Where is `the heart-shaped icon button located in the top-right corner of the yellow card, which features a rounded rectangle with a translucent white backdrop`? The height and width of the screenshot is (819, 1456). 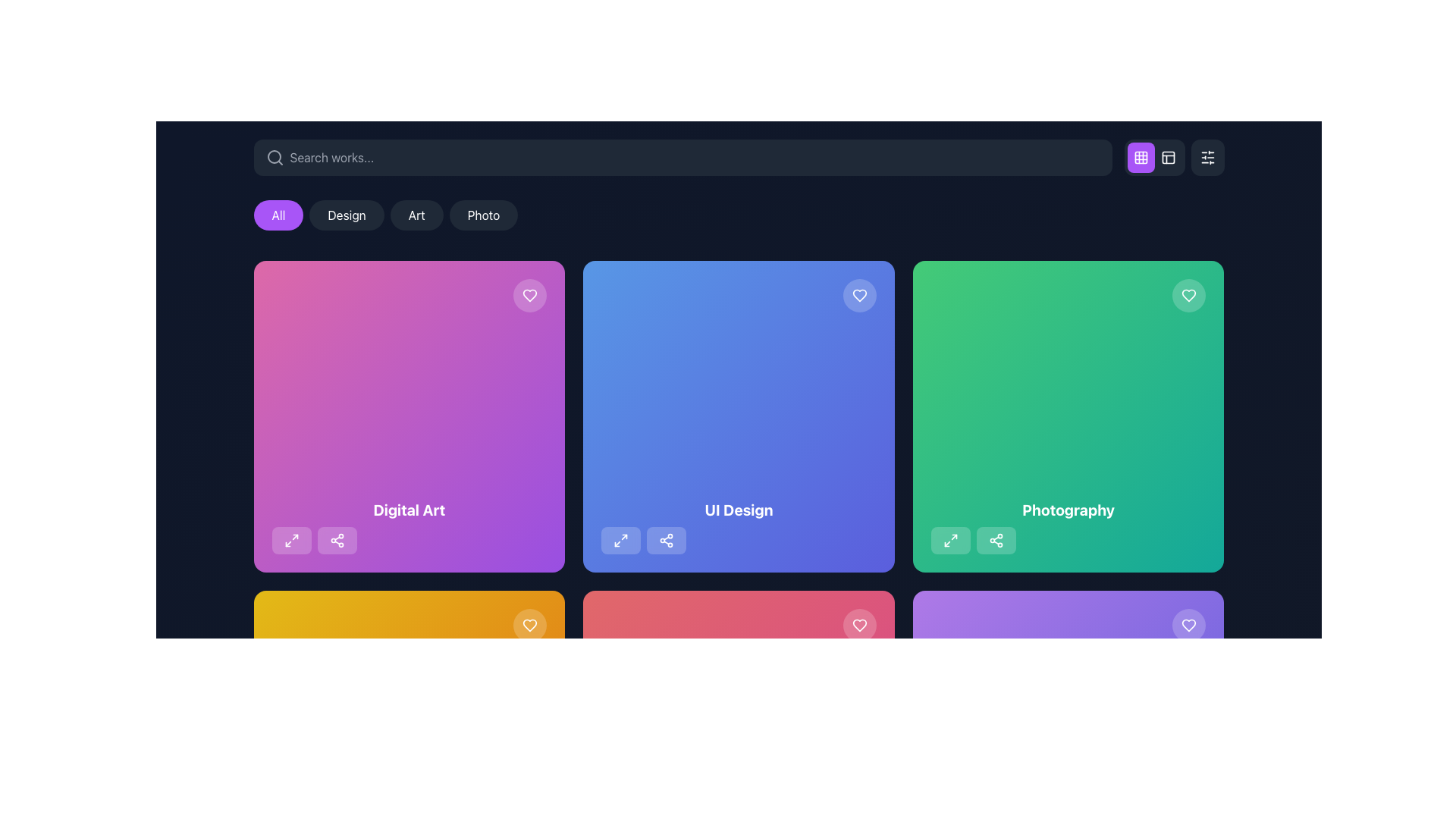 the heart-shaped icon button located in the top-right corner of the yellow card, which features a rounded rectangle with a translucent white backdrop is located at coordinates (530, 625).